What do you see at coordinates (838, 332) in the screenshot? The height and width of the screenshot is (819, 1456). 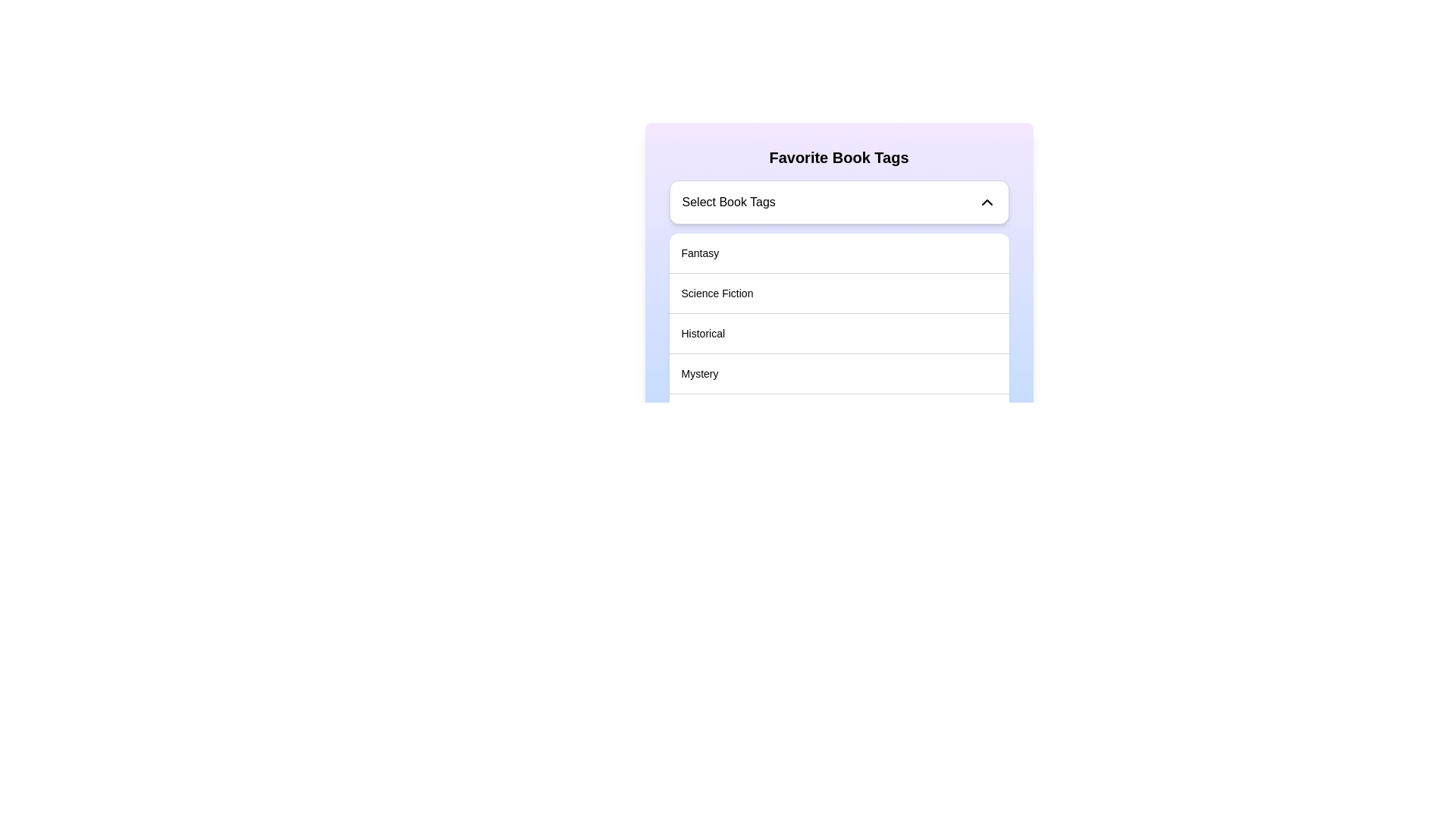 I see `to select the 'Historical' tag from the dropdown menu, which is the third item under 'Select Book Tags'` at bounding box center [838, 332].